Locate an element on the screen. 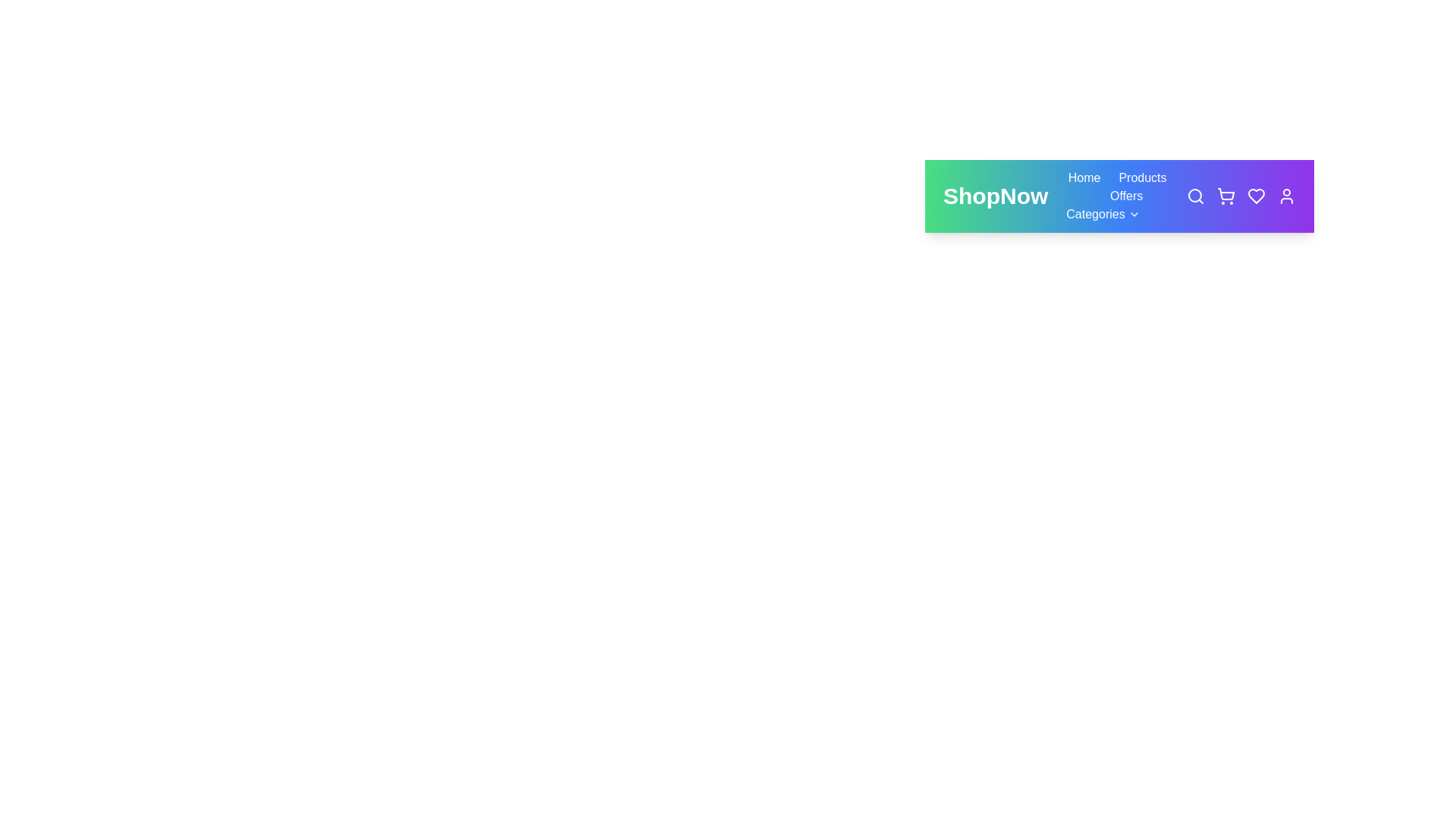 The height and width of the screenshot is (819, 1456). the Categories navigation button to navigate to the respective section is located at coordinates (1103, 214).